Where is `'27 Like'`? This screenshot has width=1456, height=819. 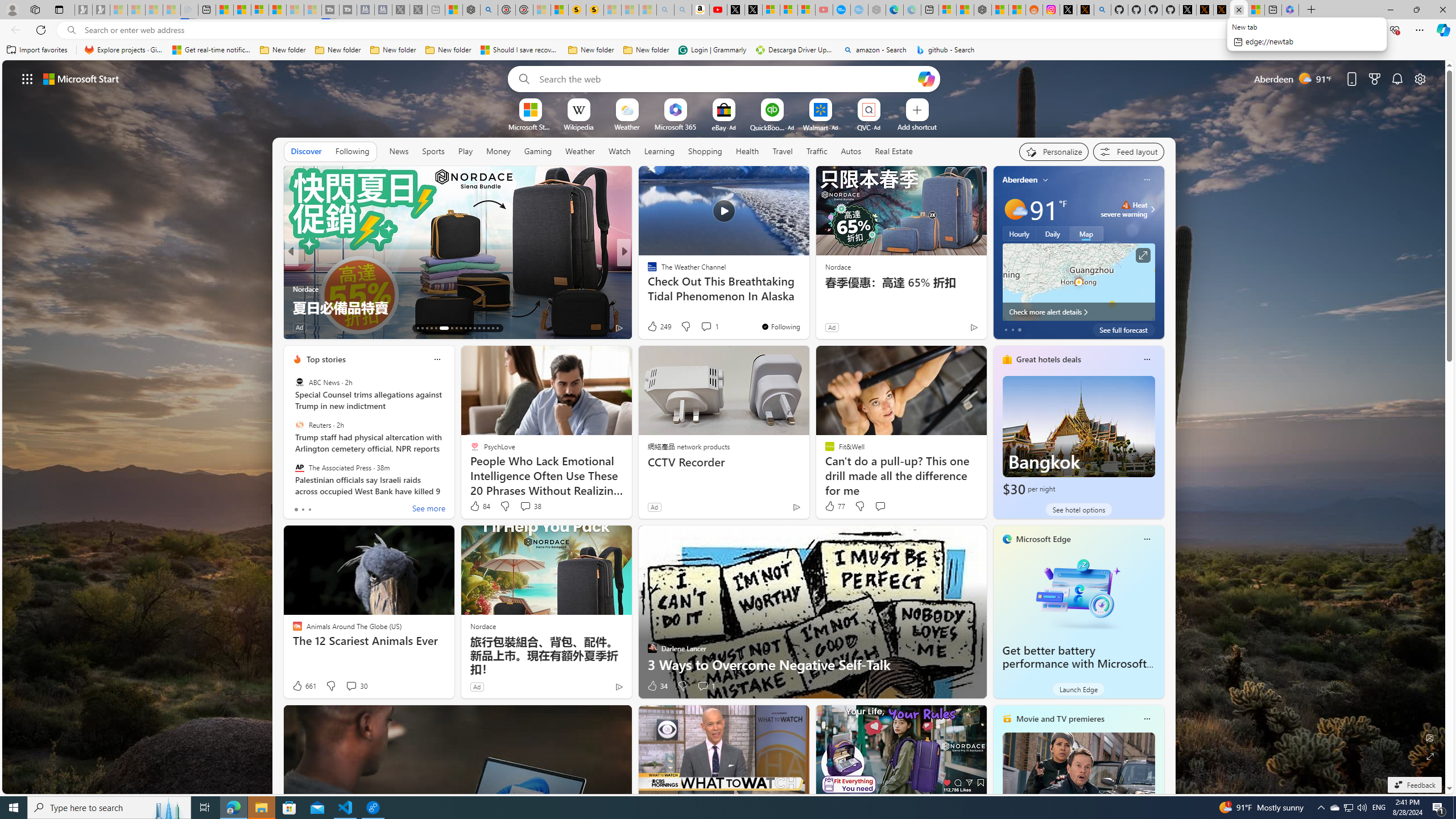 '27 Like' is located at coordinates (652, 327).